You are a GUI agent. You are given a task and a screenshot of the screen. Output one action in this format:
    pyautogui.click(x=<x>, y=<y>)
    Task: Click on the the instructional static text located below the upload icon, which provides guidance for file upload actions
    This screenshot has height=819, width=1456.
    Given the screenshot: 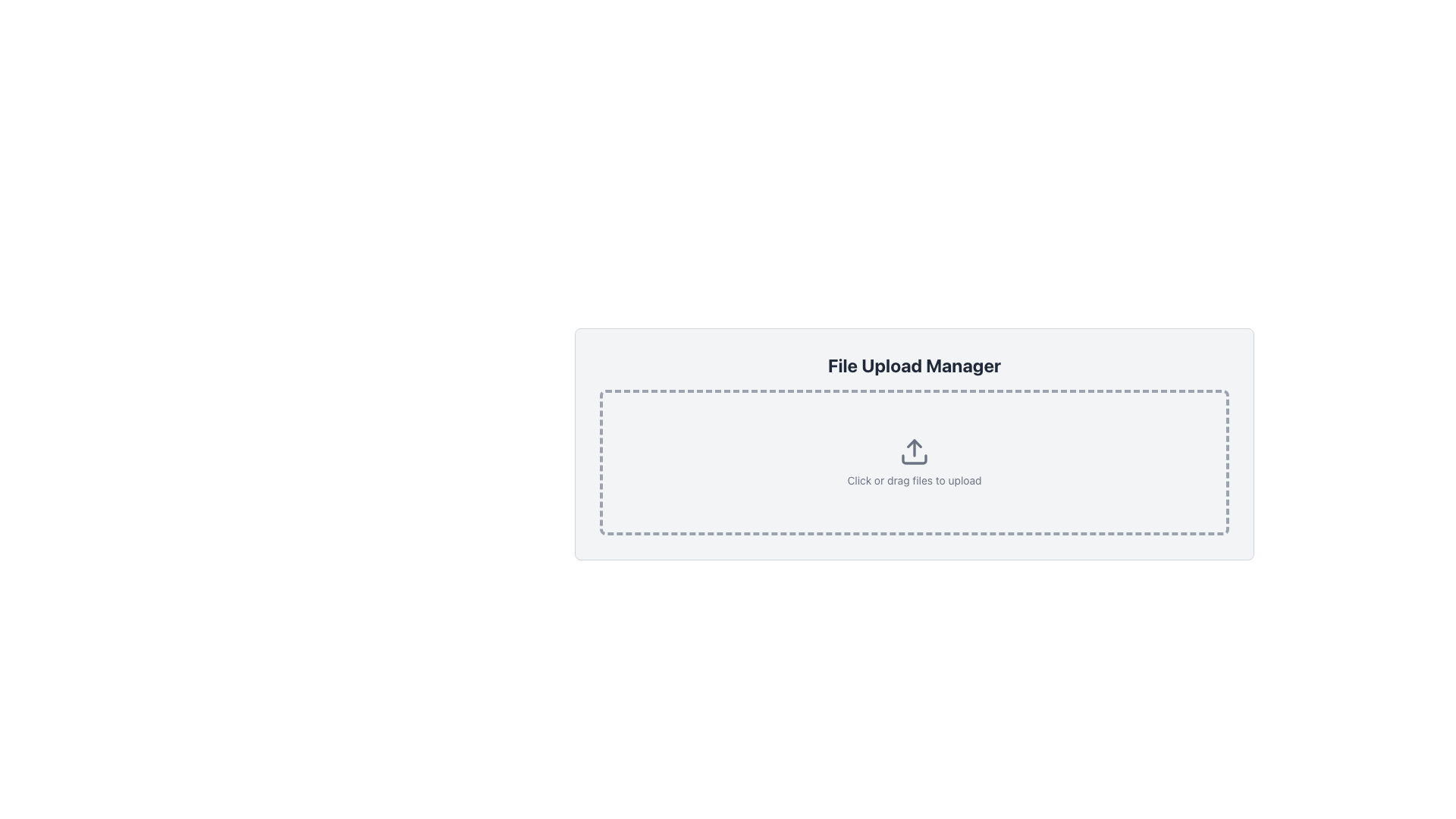 What is the action you would take?
    pyautogui.click(x=913, y=480)
    